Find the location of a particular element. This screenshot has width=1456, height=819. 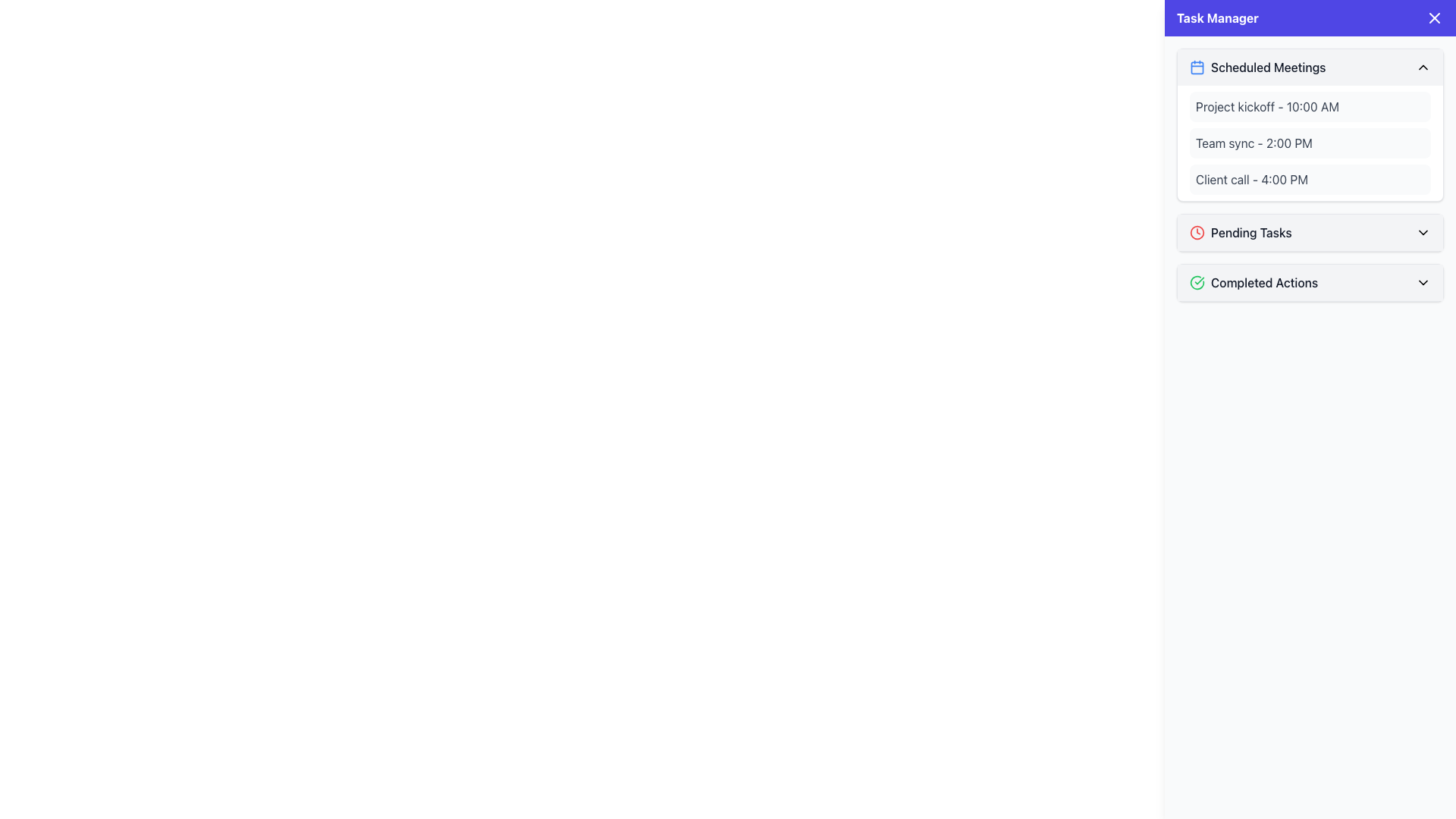

the second item in the schedule list that shows the 'Team sync' event, located between 'Project kickoff - 10:00 AM' and 'Client call - 4:00 PM' is located at coordinates (1310, 143).